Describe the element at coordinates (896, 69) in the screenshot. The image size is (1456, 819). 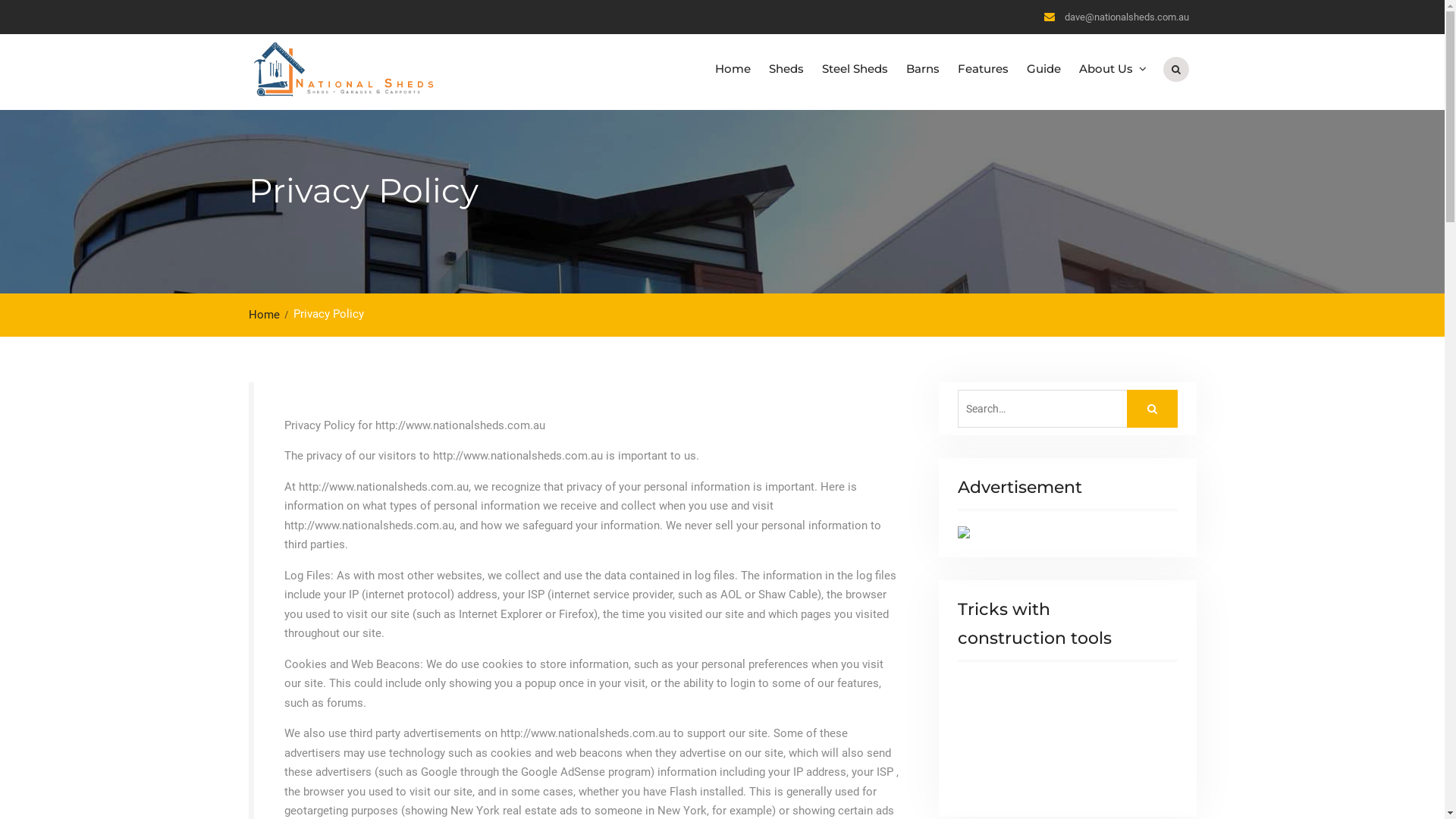
I see `'Barns'` at that location.